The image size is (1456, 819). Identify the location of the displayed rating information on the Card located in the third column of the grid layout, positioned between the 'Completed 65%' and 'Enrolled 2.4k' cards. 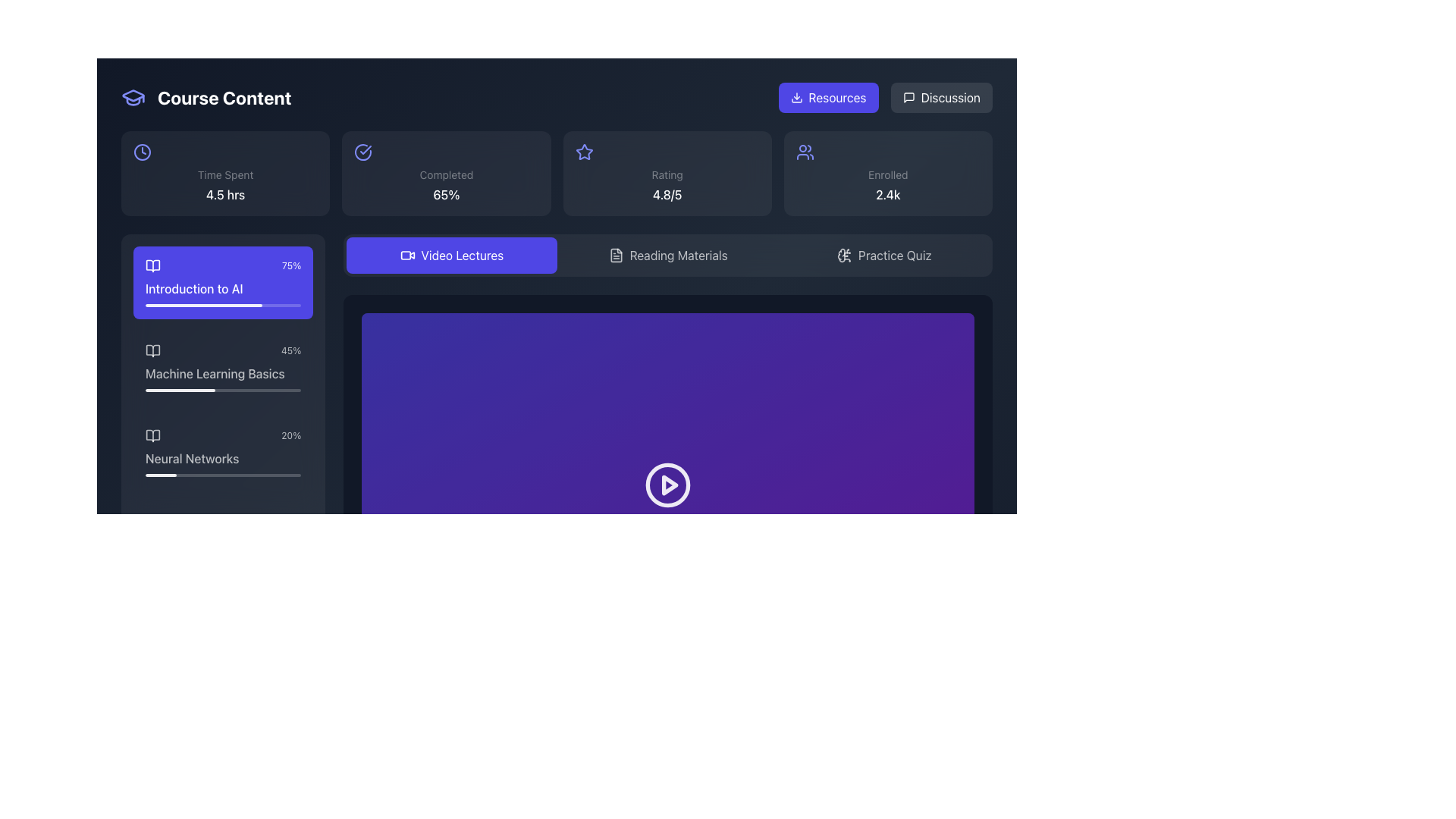
(667, 172).